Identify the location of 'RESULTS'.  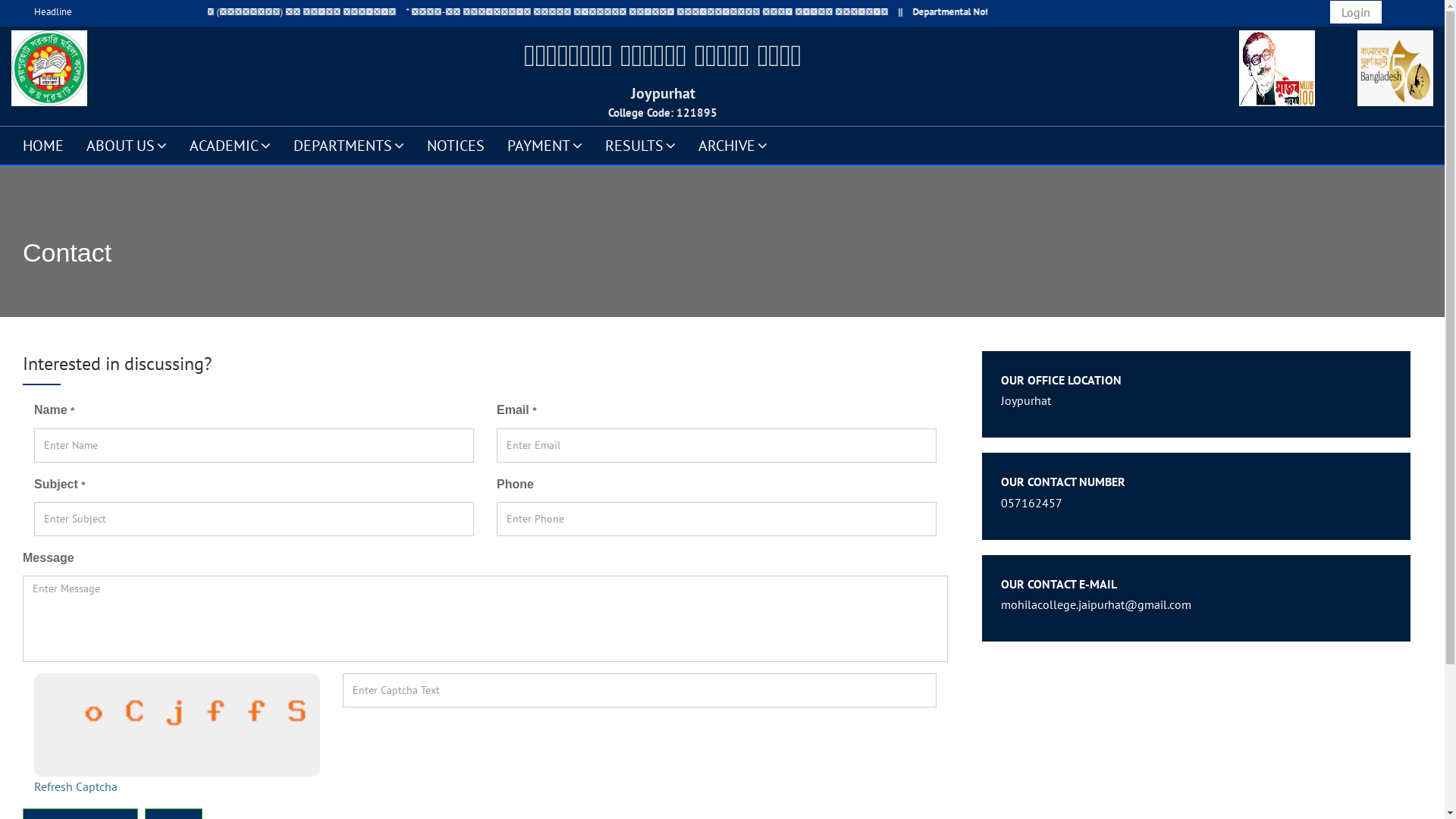
(640, 145).